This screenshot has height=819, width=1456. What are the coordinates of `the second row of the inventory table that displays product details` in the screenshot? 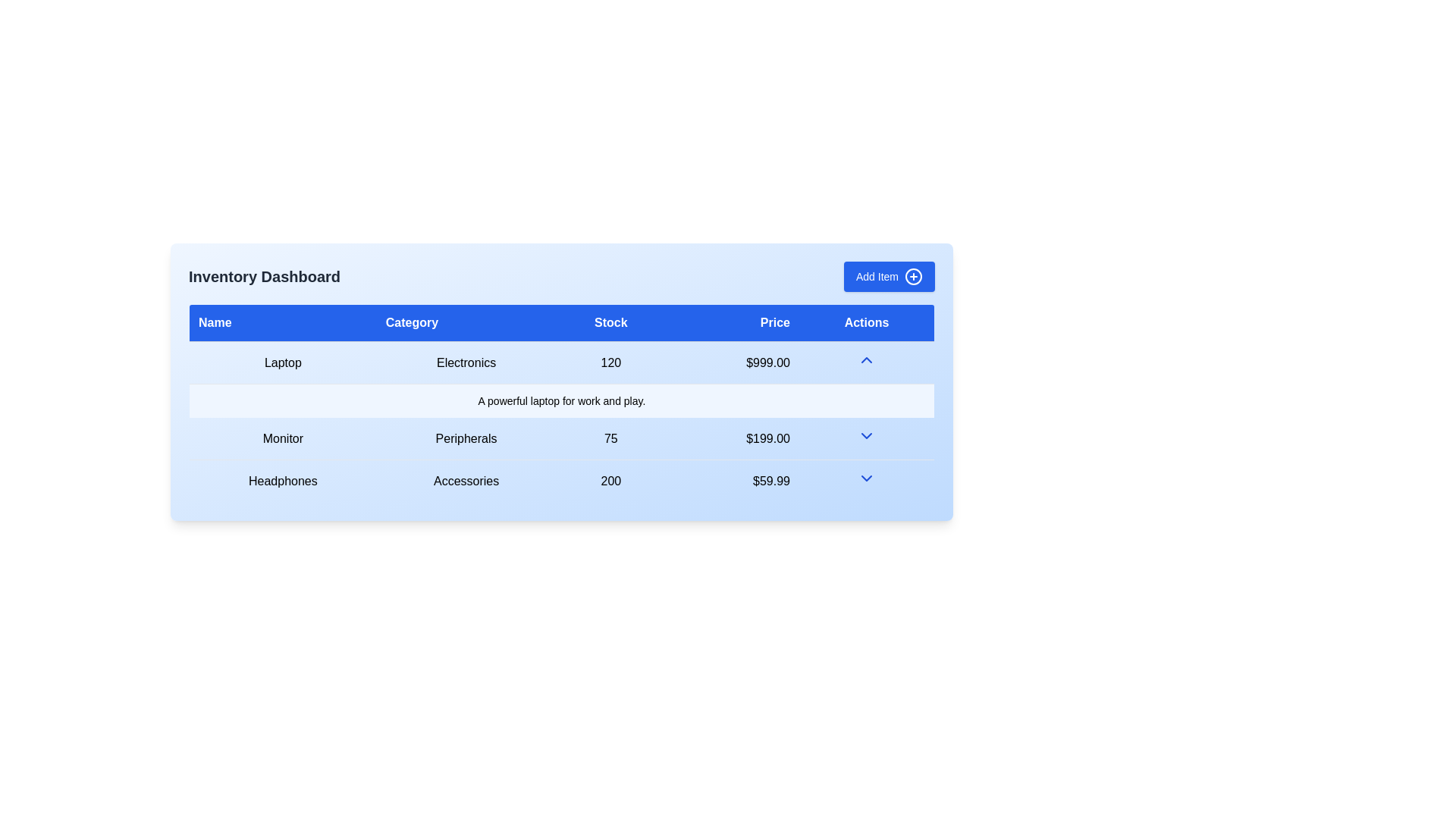 It's located at (560, 438).